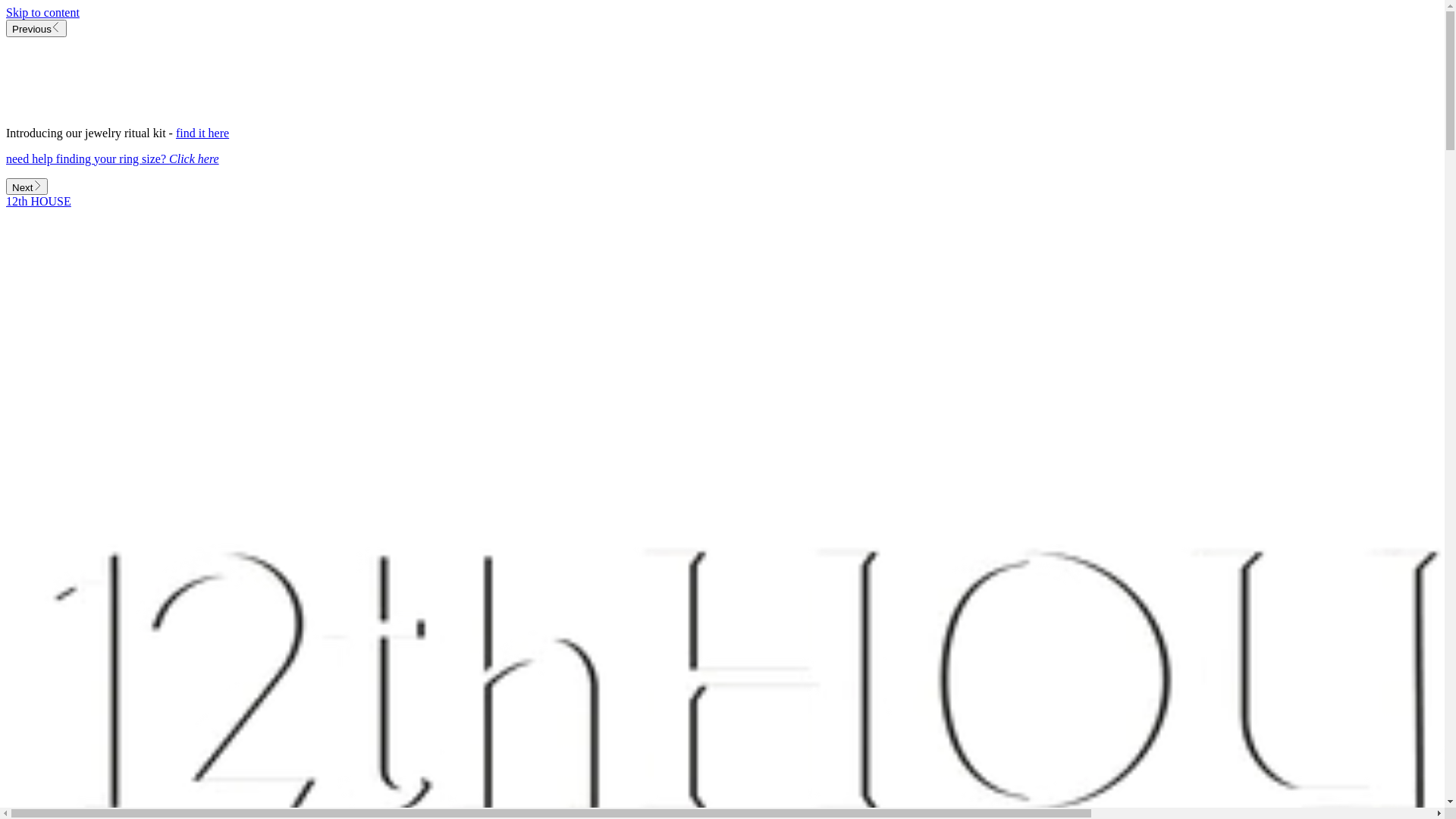 This screenshot has width=1456, height=819. What do you see at coordinates (6, 12) in the screenshot?
I see `'Skip to content'` at bounding box center [6, 12].